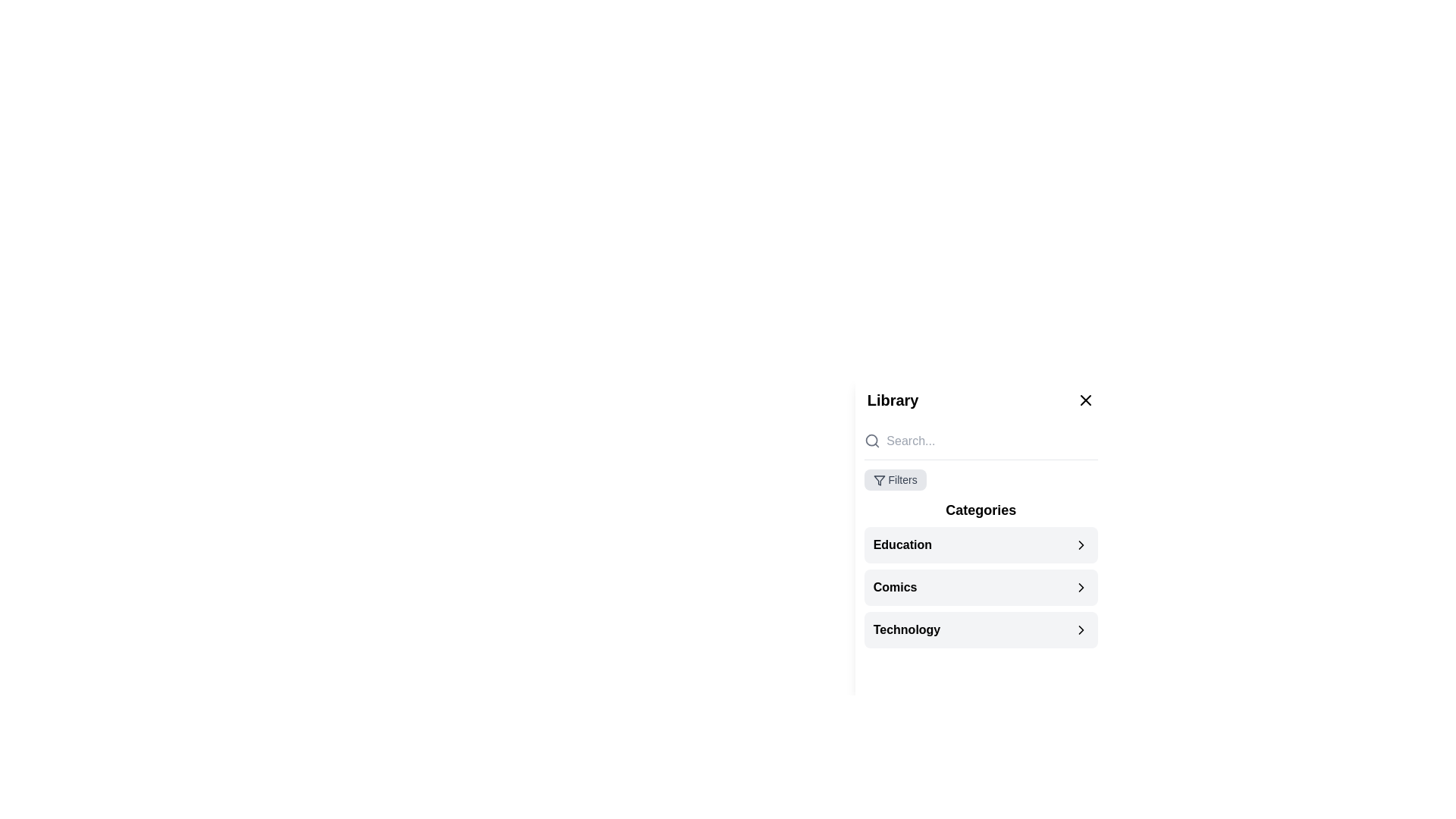 This screenshot has height=819, width=1456. What do you see at coordinates (981, 544) in the screenshot?
I see `the 'Education' button-like list item in the Categories section` at bounding box center [981, 544].